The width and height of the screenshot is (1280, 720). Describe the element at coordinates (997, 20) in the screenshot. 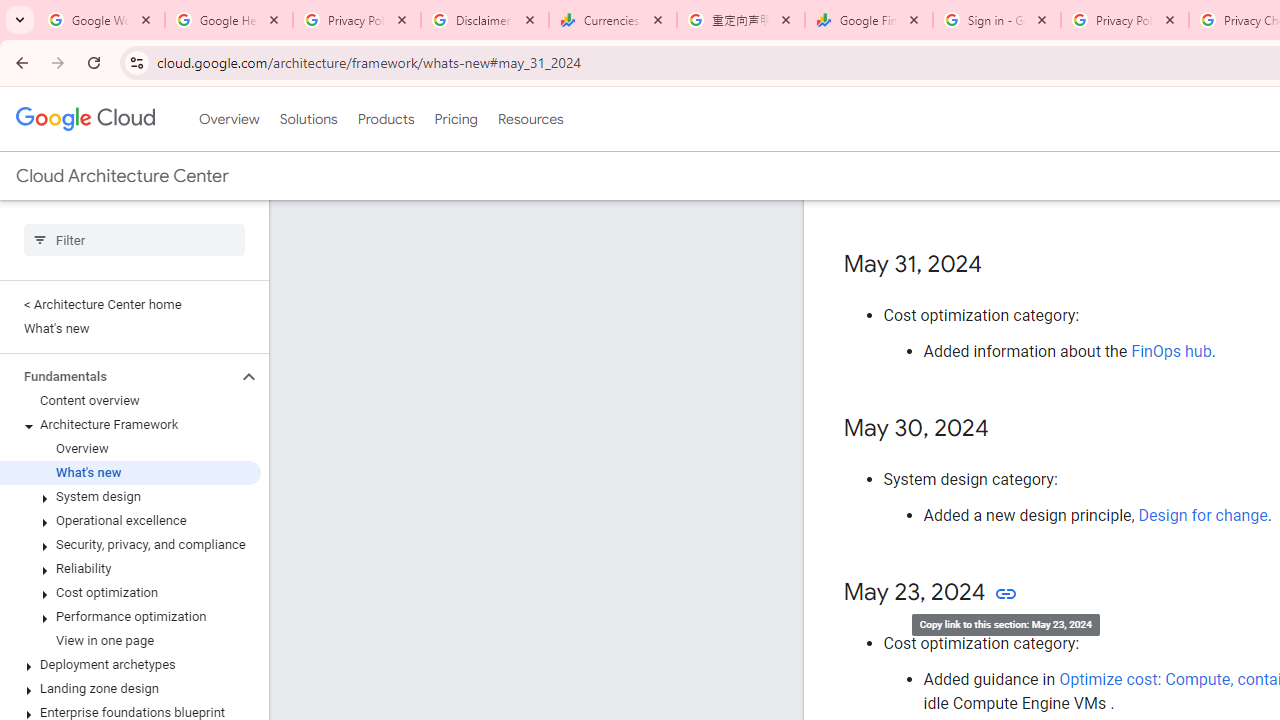

I see `'Sign in - Google Accounts'` at that location.